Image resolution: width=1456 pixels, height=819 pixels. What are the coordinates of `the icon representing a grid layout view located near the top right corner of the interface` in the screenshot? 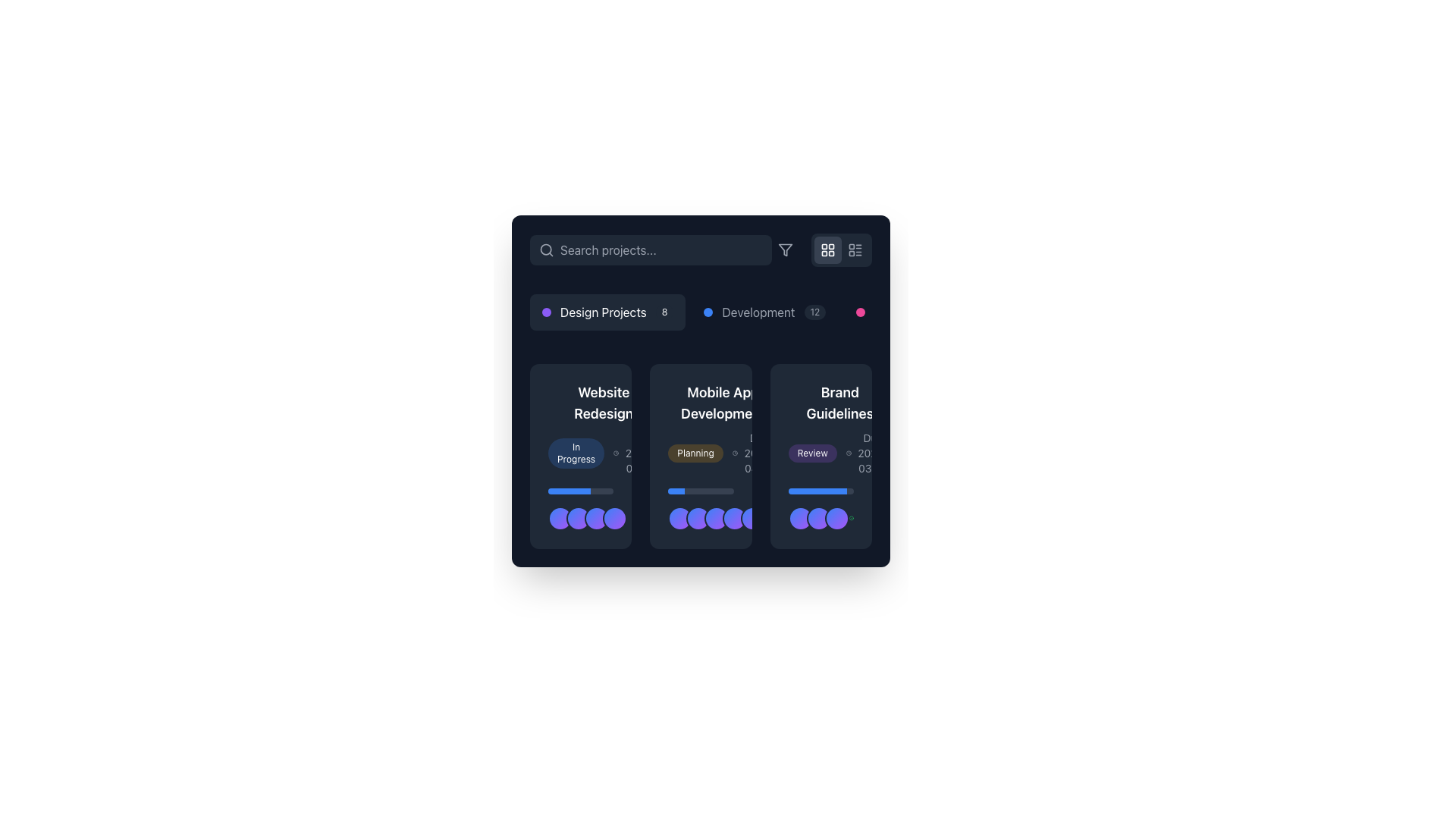 It's located at (827, 249).